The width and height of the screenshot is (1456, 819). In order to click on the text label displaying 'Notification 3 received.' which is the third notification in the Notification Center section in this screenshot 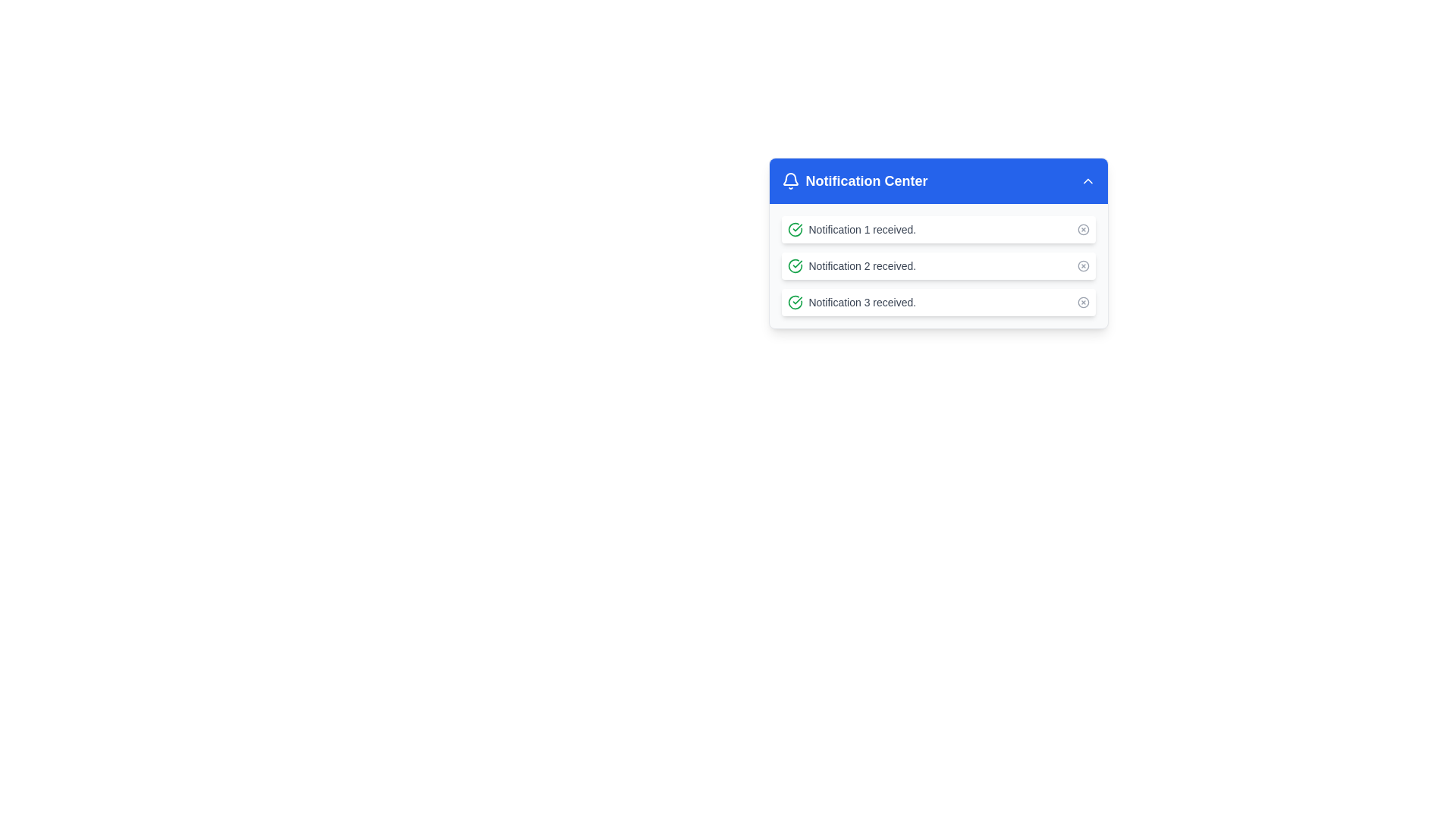, I will do `click(862, 302)`.